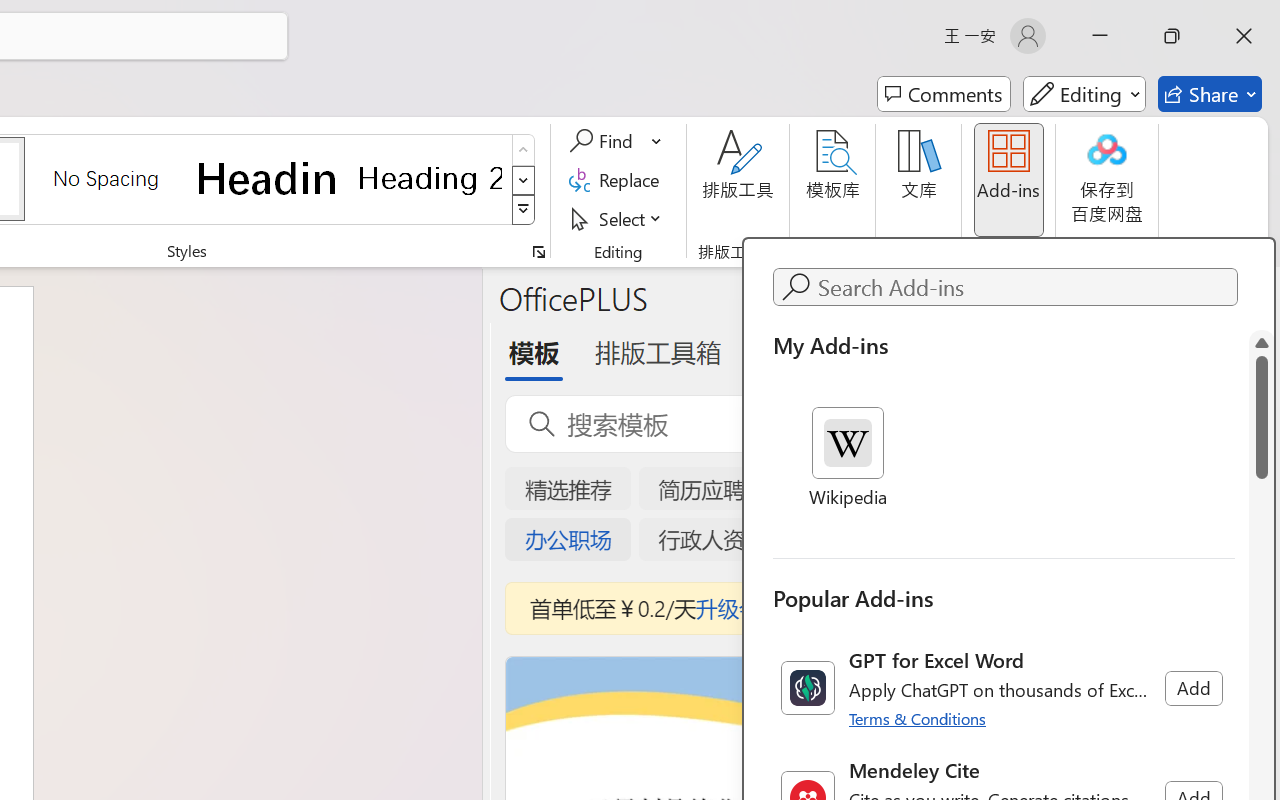  I want to click on 'Terms & Conditions', so click(918, 717).